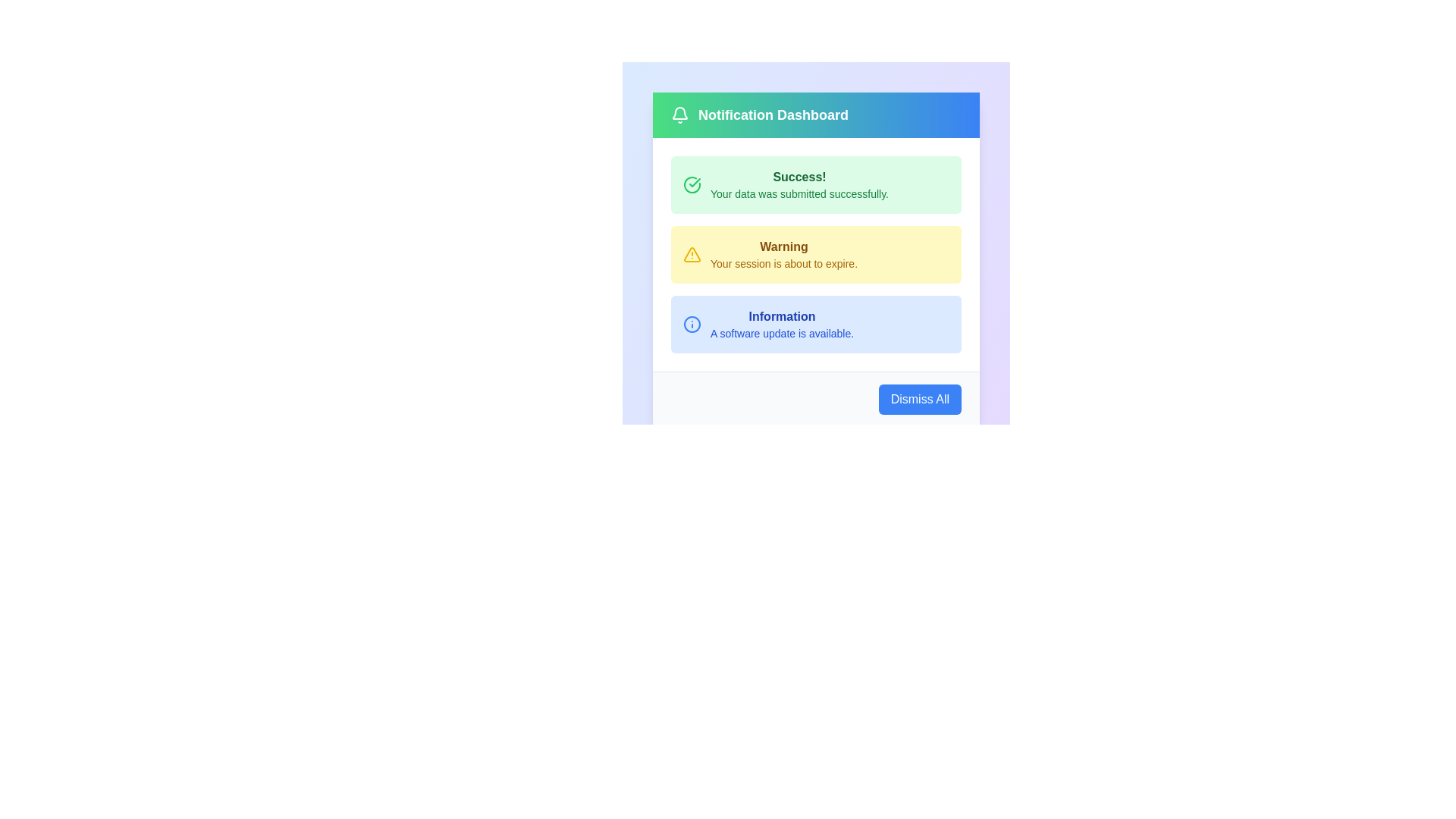 This screenshot has height=819, width=1456. Describe the element at coordinates (815, 114) in the screenshot. I see `header section of the Notification Dashboard, which features a gradient background from green to blue and includes a bell icon next to bold white text` at that location.